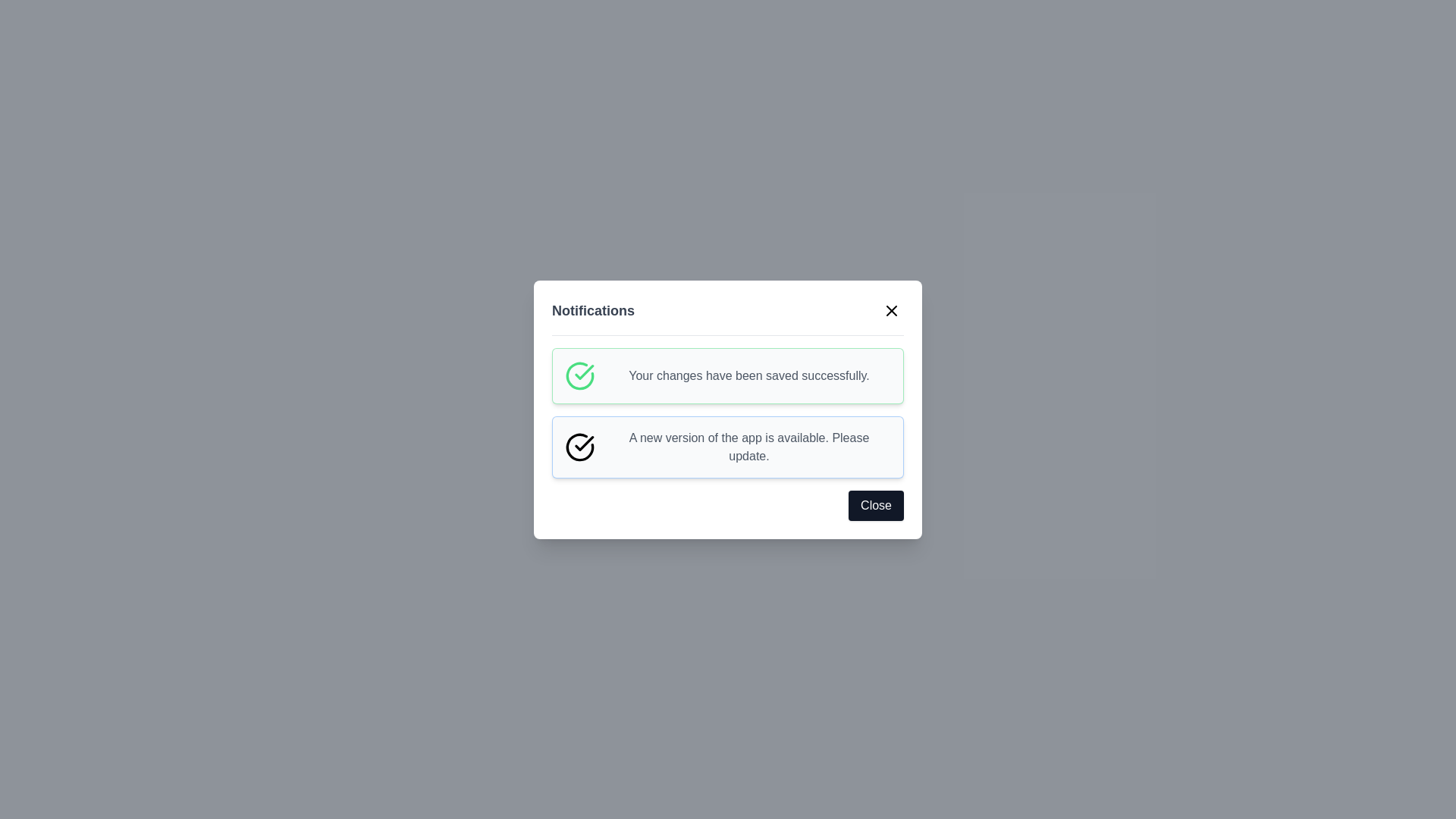 The image size is (1456, 819). I want to click on the text notification element displaying 'A new version of the app is available. Please update.' in a gray sans-serif font, which is part of a notification card and is positioned above the 'Close' button, so click(749, 446).